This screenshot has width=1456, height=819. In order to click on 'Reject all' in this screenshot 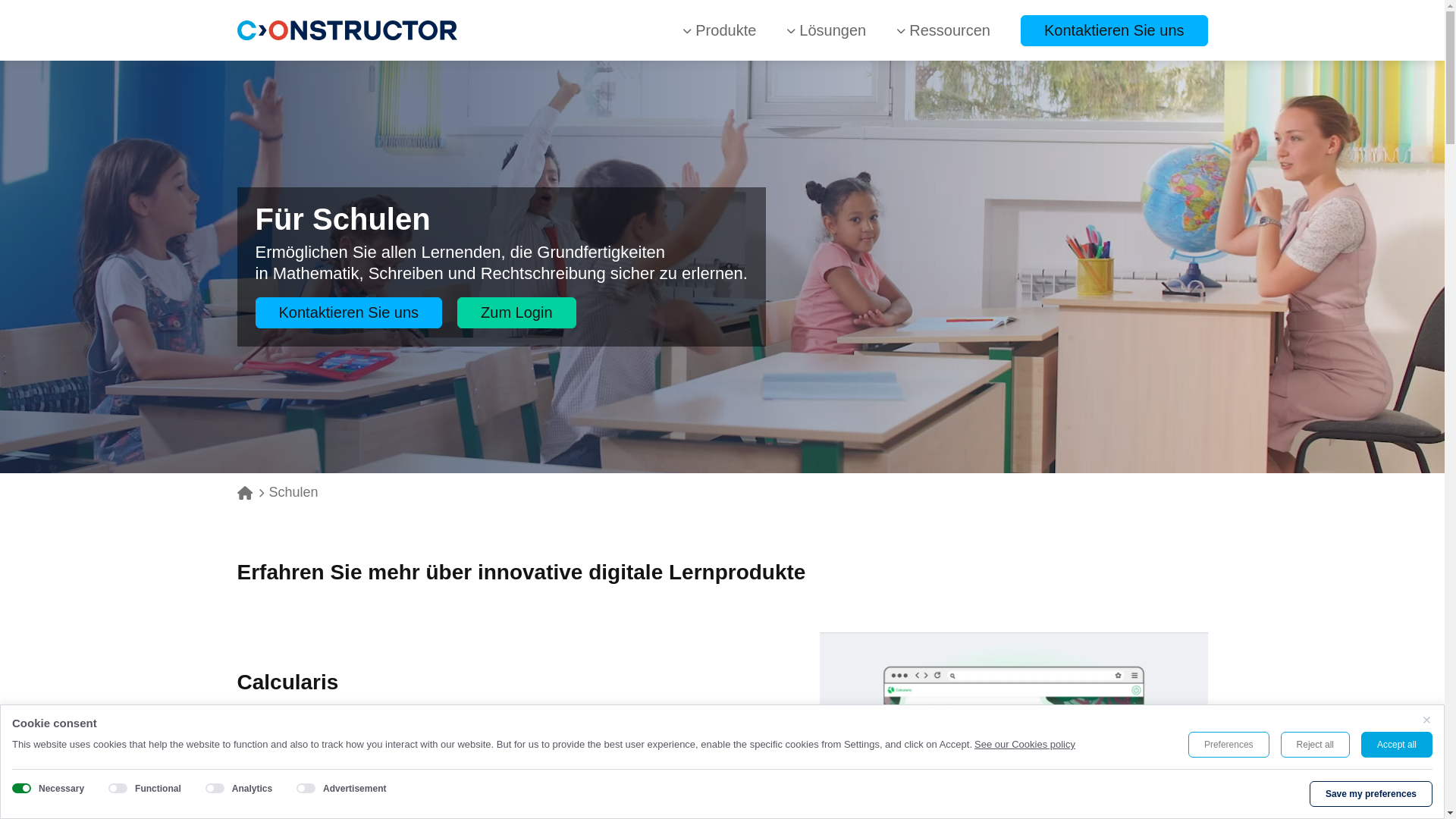, I will do `click(1314, 744)`.